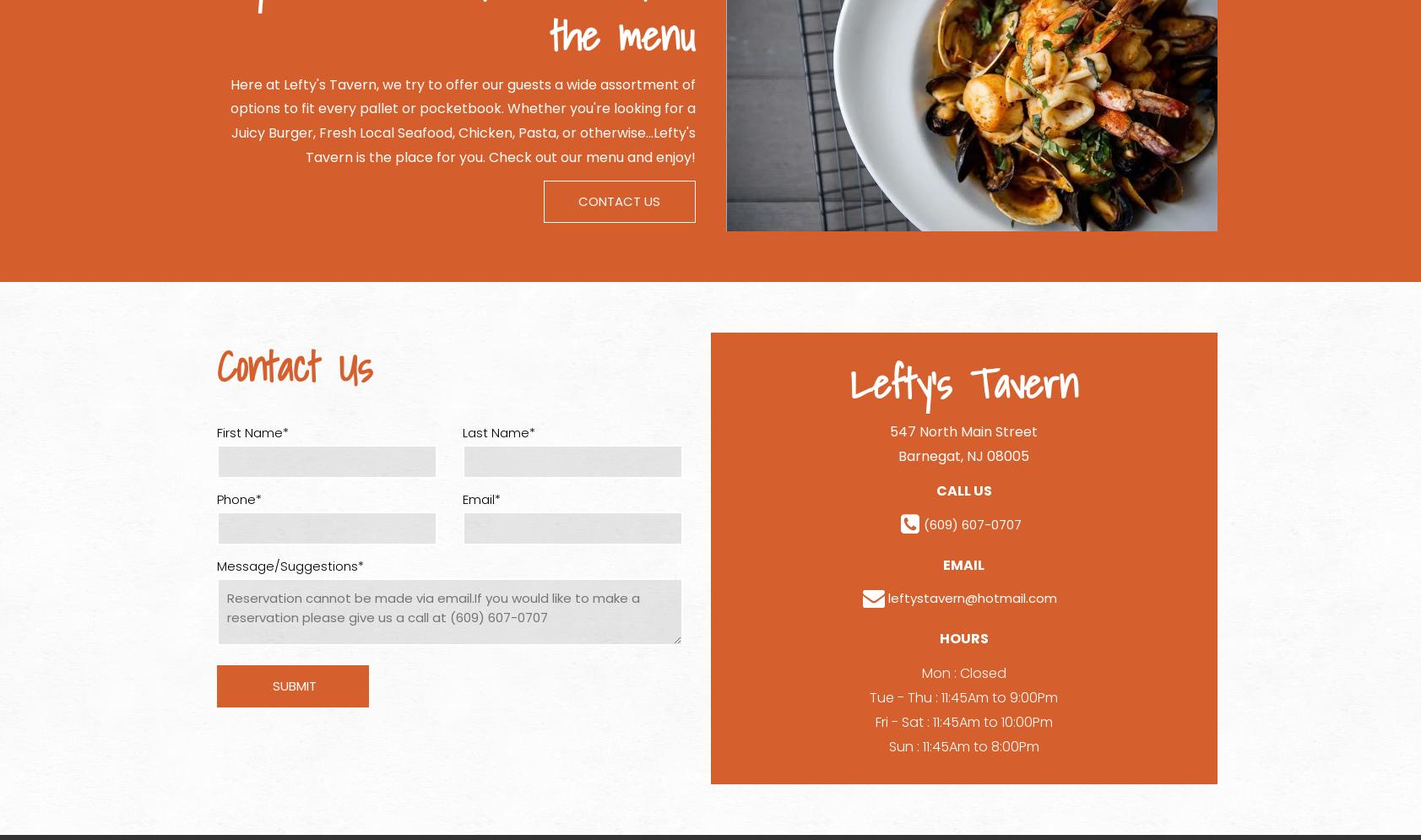  What do you see at coordinates (228, 119) in the screenshot?
I see `'Here at Lefty's Tavern, we try to offer our guests a wide assortment of options to fit every pallet or pocketbook. Whether you're looking for a Juicy Burger, Fresh Local Seafood, Chicken, Pasta, or otherwise...Lefty's Tavern is the place for you. Check out our menu and enjoy!'` at bounding box center [228, 119].